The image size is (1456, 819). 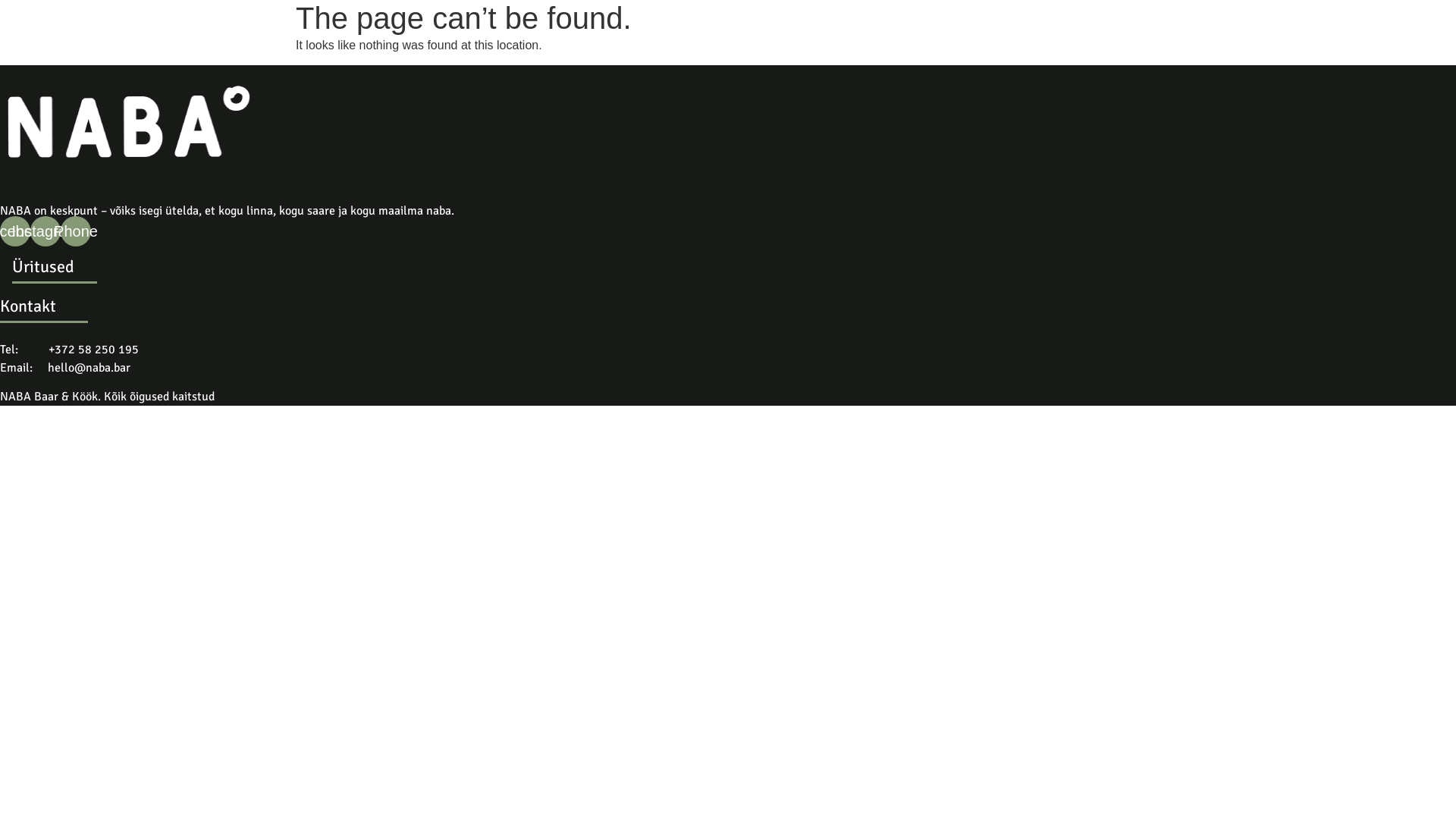 I want to click on 'Skip to content', so click(x=0, y=0).